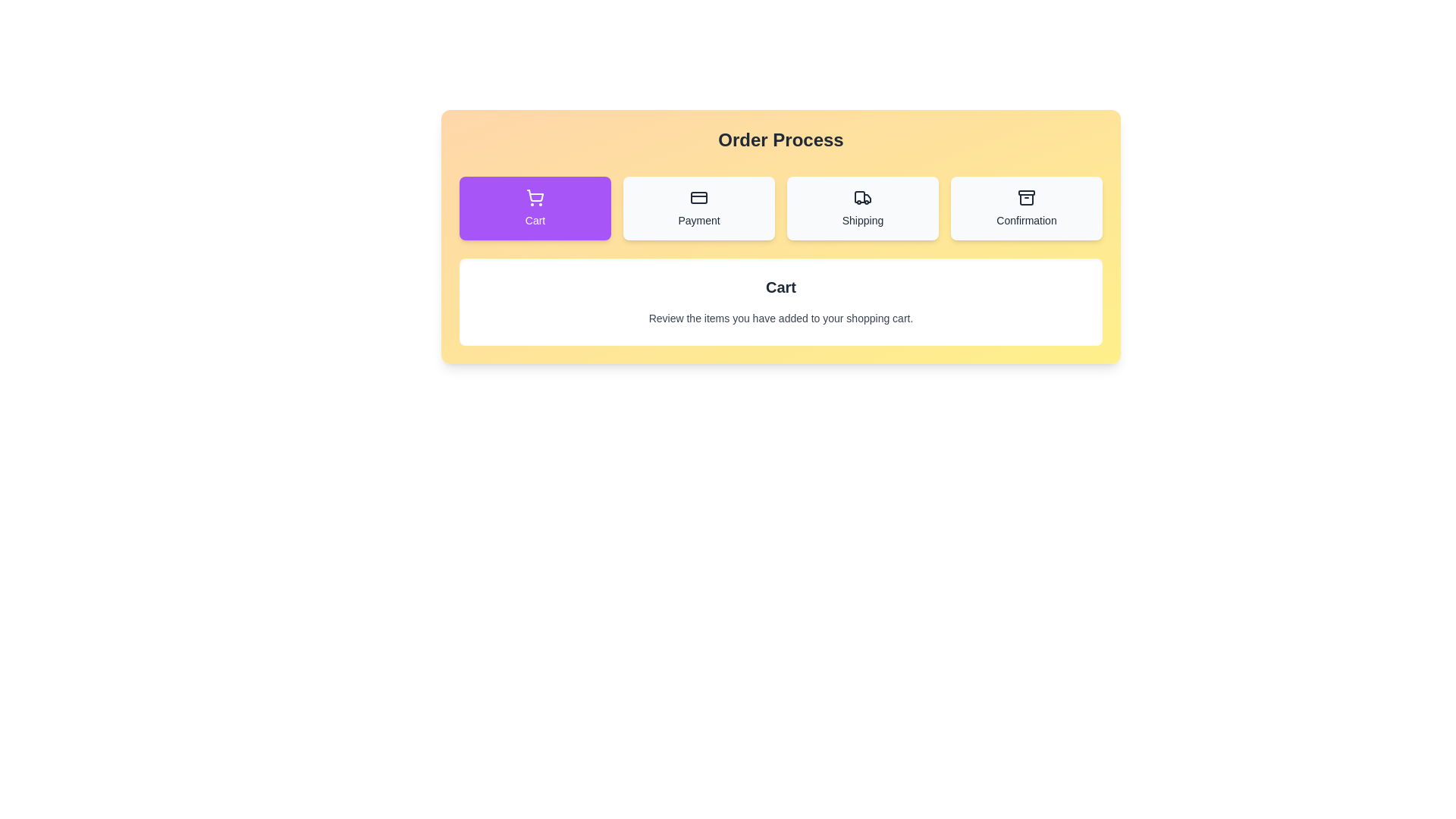 This screenshot has height=819, width=1456. What do you see at coordinates (1026, 208) in the screenshot?
I see `the 'Confirmation' button to view the confirmation message` at bounding box center [1026, 208].